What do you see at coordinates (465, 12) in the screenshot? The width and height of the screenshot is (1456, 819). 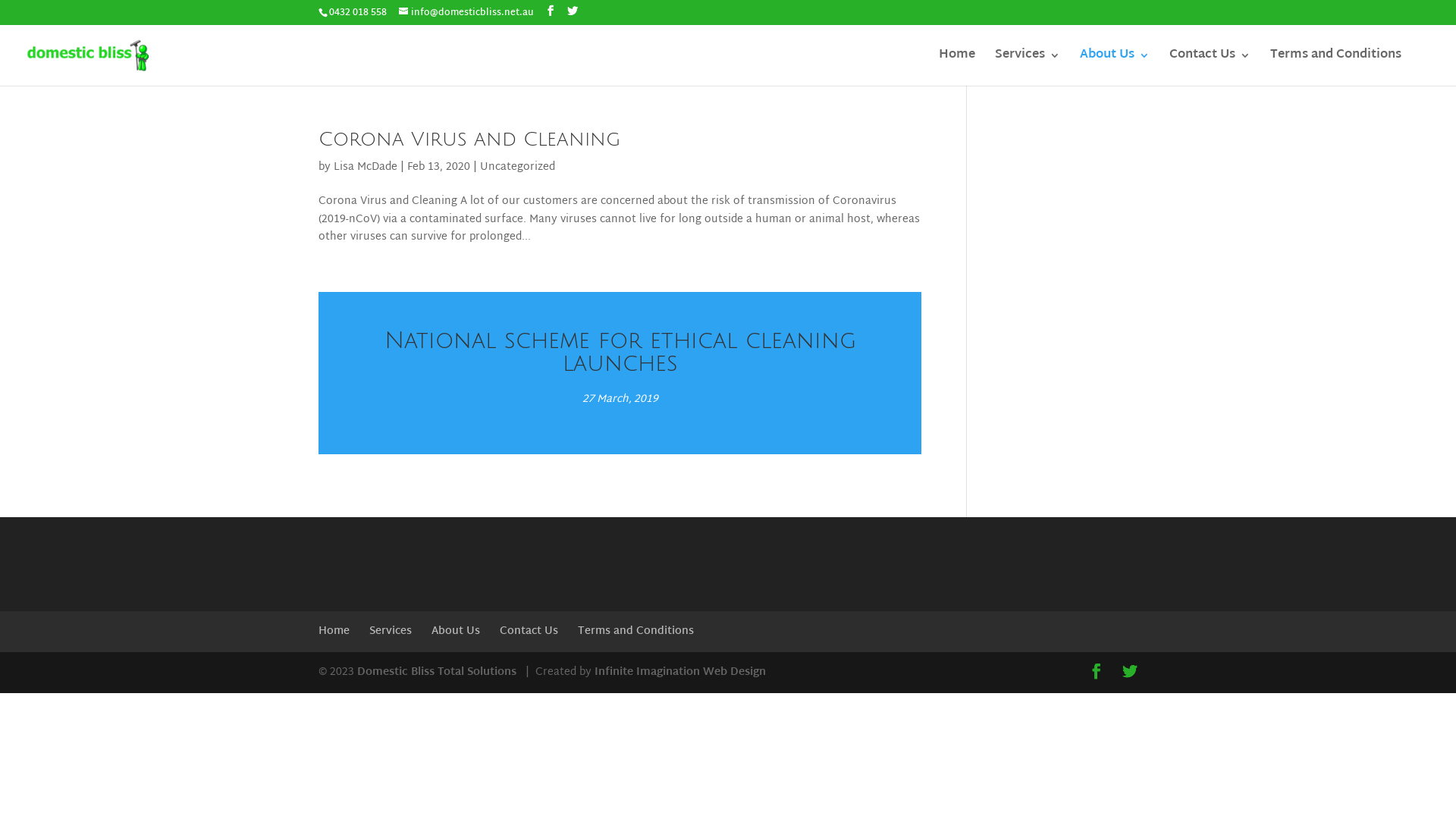 I see `'info@domesticbliss.net.au'` at bounding box center [465, 12].